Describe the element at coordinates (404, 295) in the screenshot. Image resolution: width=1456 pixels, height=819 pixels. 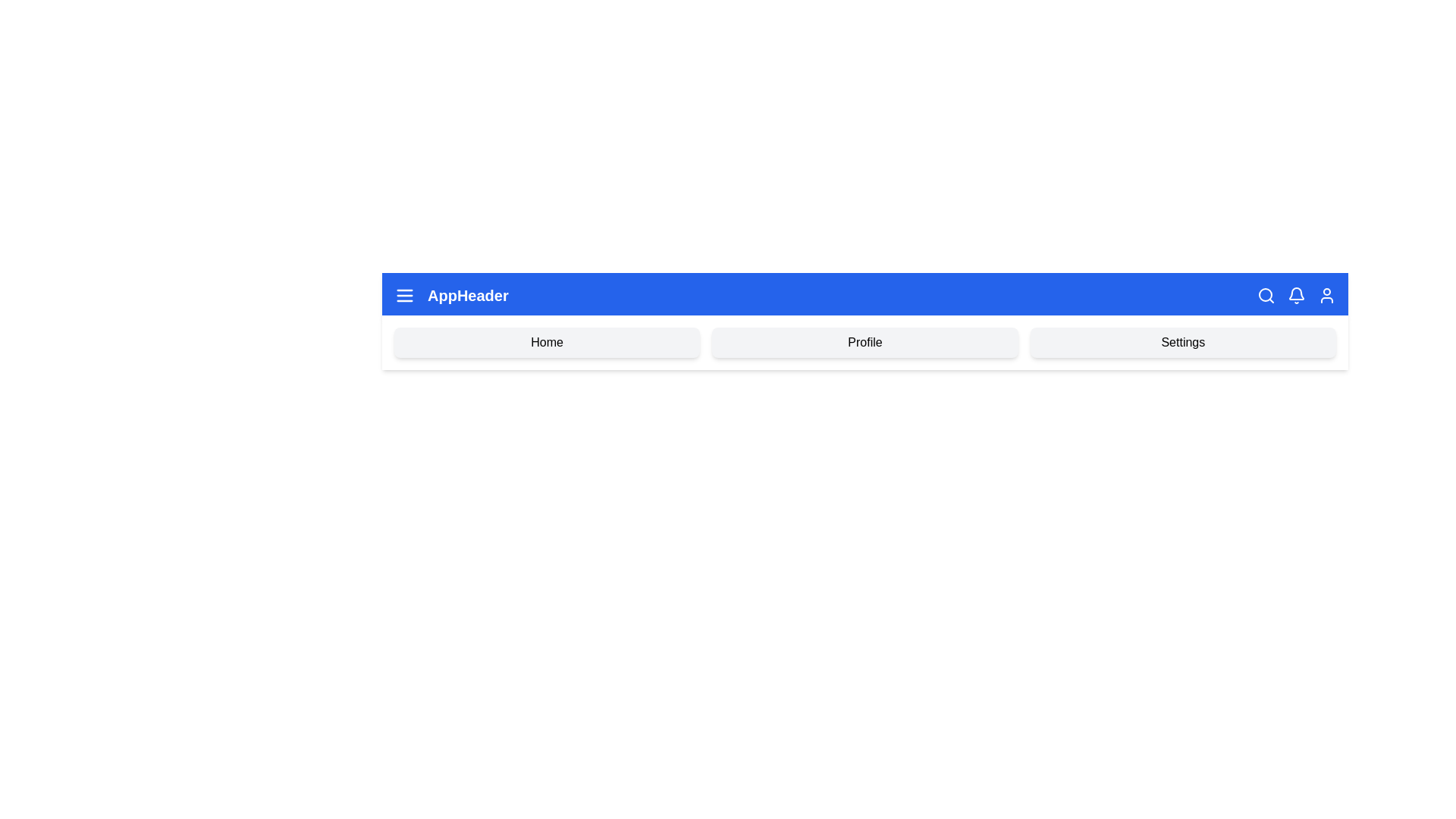
I see `the menu icon to toggle the menu visibility` at that location.